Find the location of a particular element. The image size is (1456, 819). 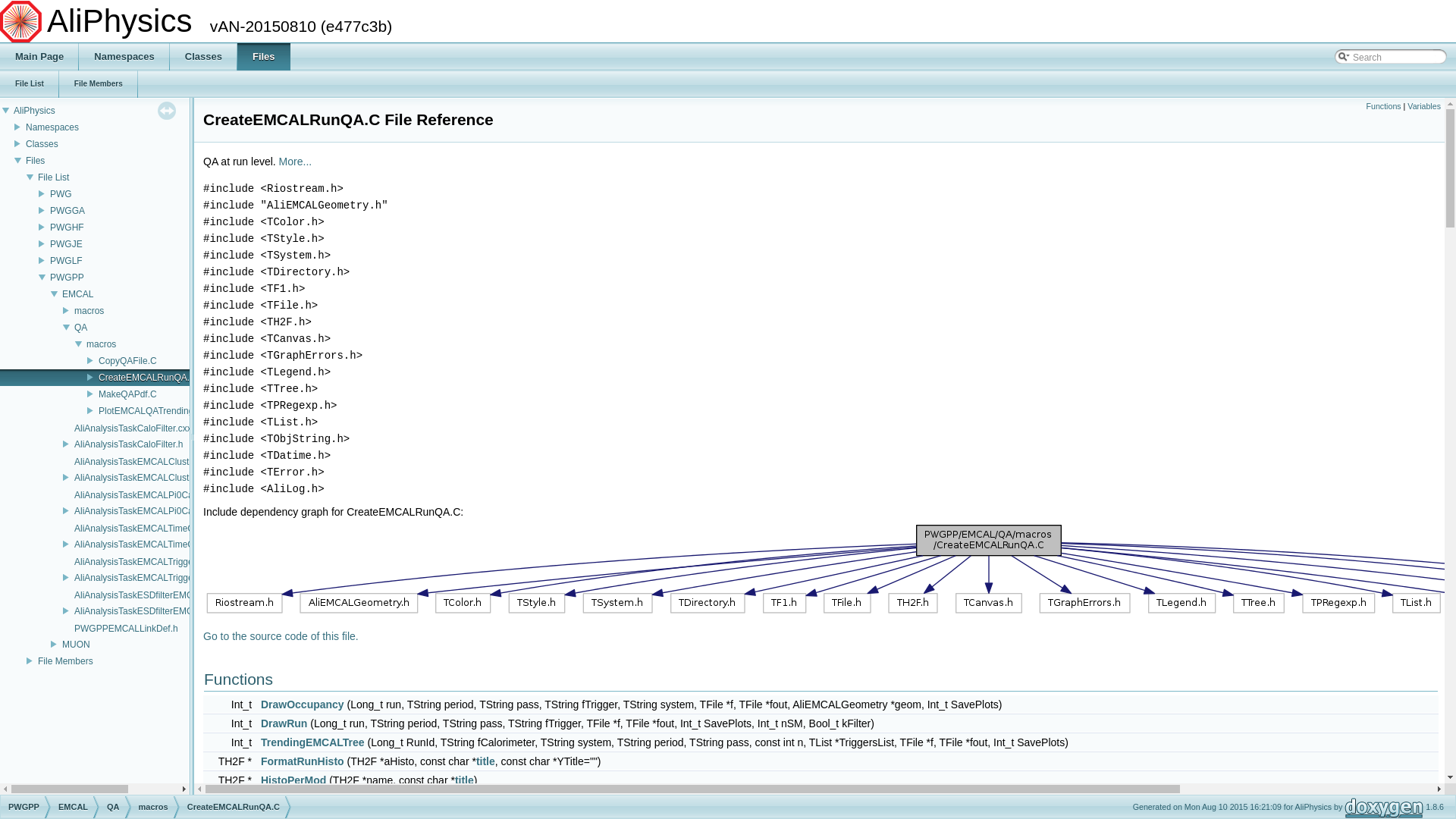

'AliAnalysisTaskEMCALPi0CalibSelection.h' is located at coordinates (160, 511).